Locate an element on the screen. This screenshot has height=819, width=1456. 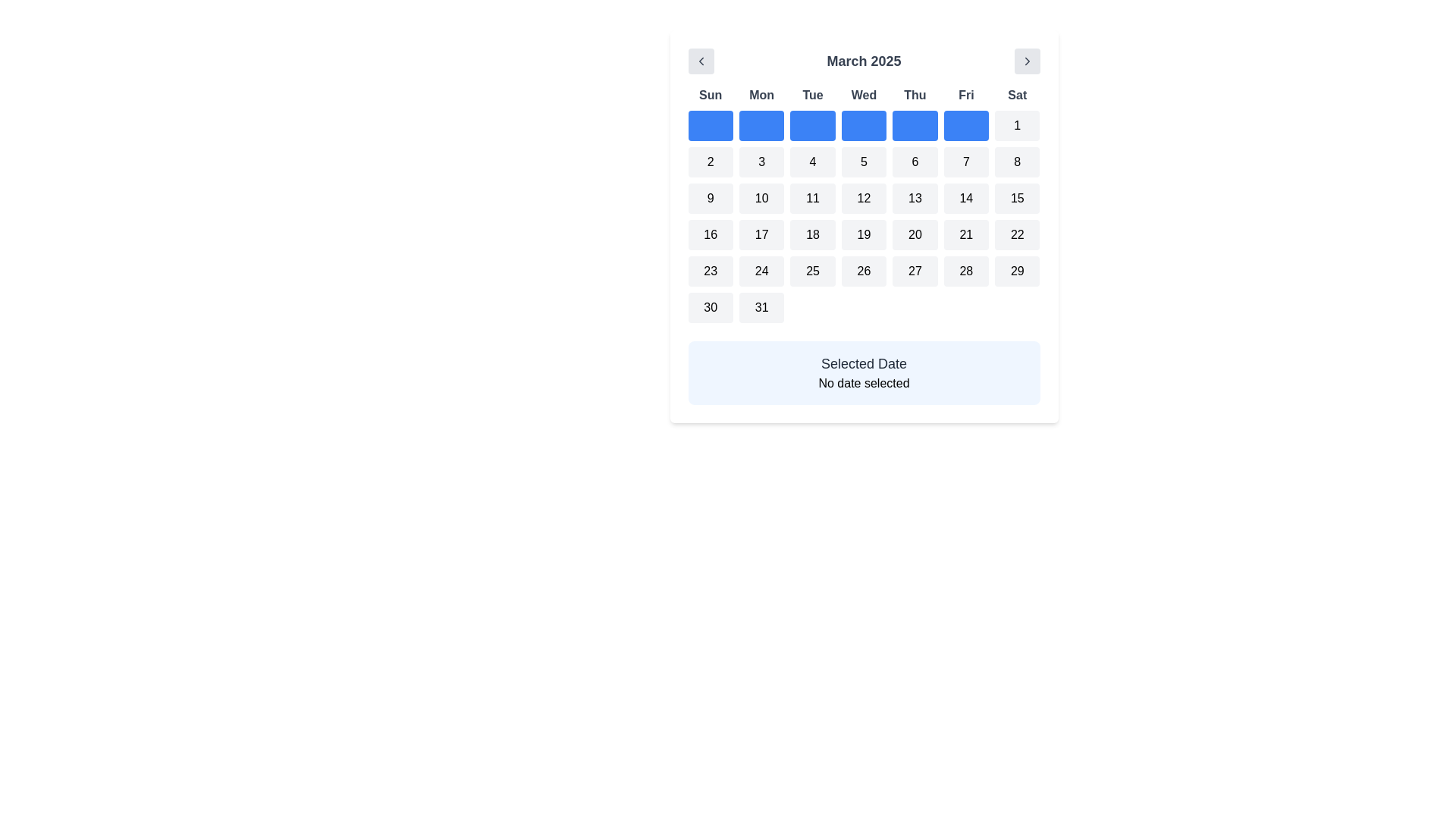
the button representing the 23rd day of March 2025 in the calendar is located at coordinates (710, 271).